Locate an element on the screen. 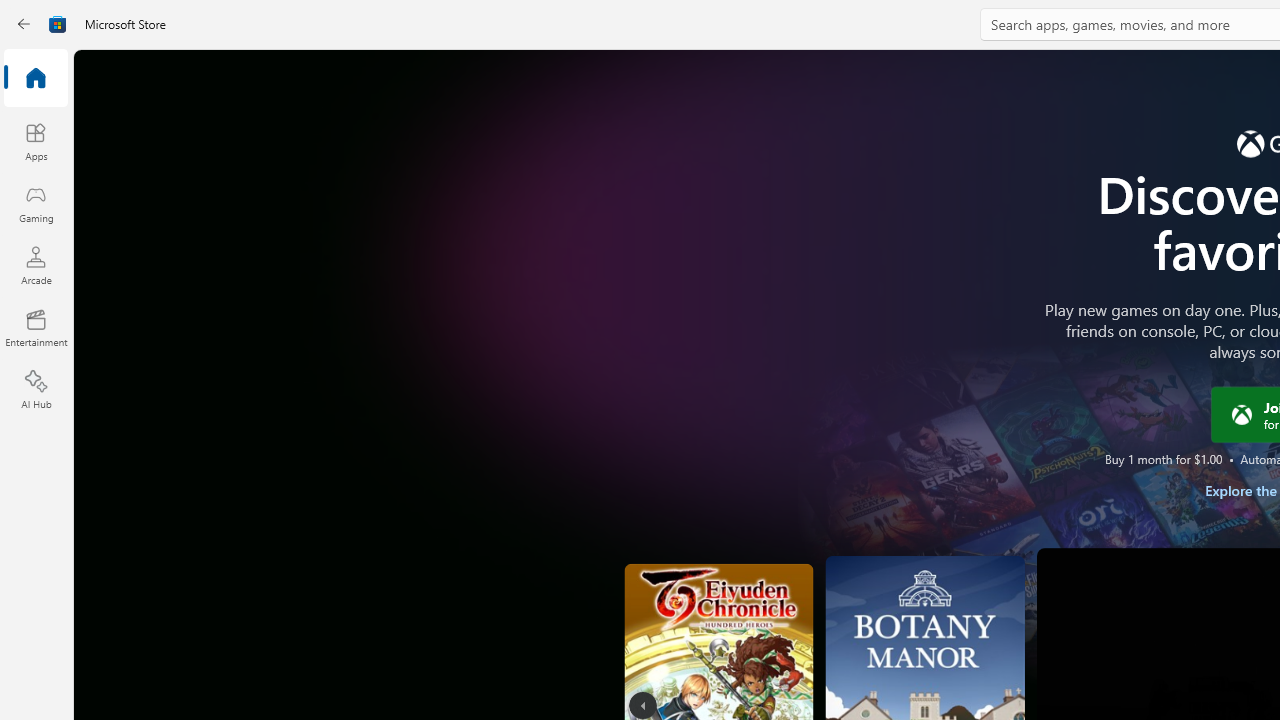  'Back' is located at coordinates (24, 24).